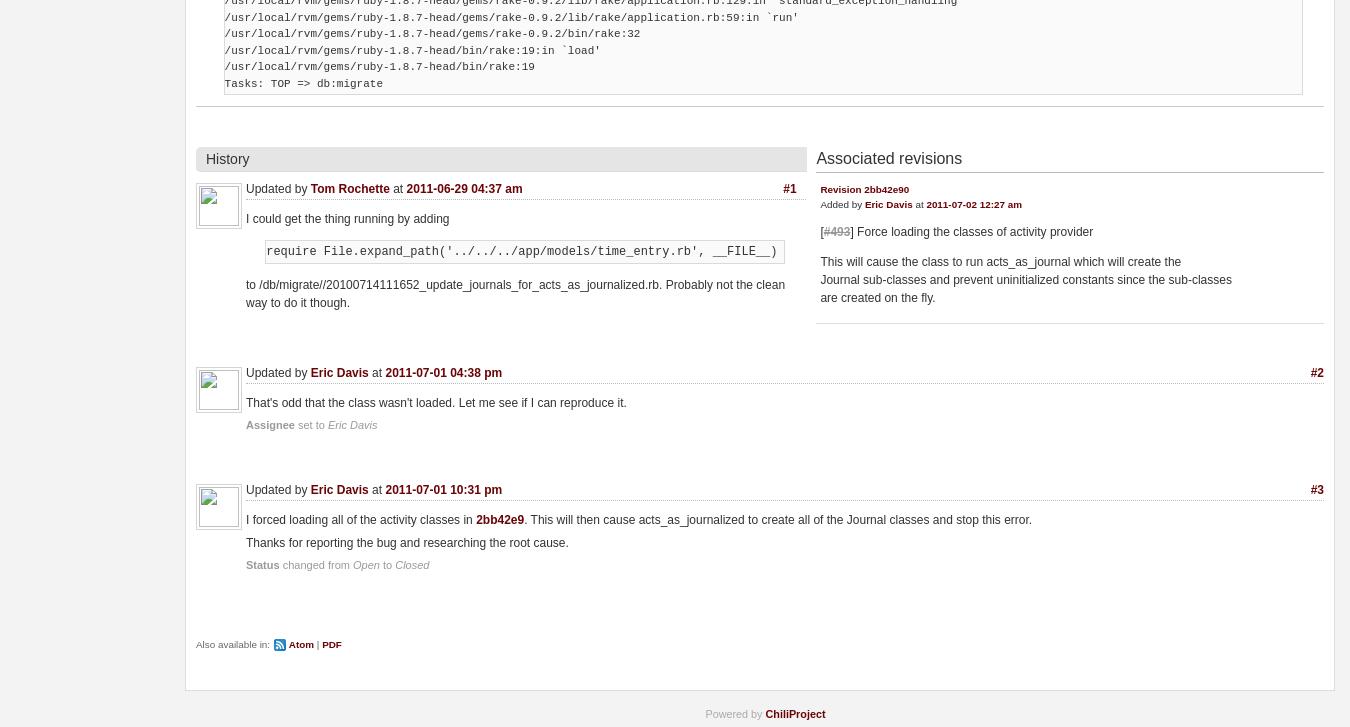  What do you see at coordinates (462, 189) in the screenshot?
I see `'2011-06-29 04:37 am'` at bounding box center [462, 189].